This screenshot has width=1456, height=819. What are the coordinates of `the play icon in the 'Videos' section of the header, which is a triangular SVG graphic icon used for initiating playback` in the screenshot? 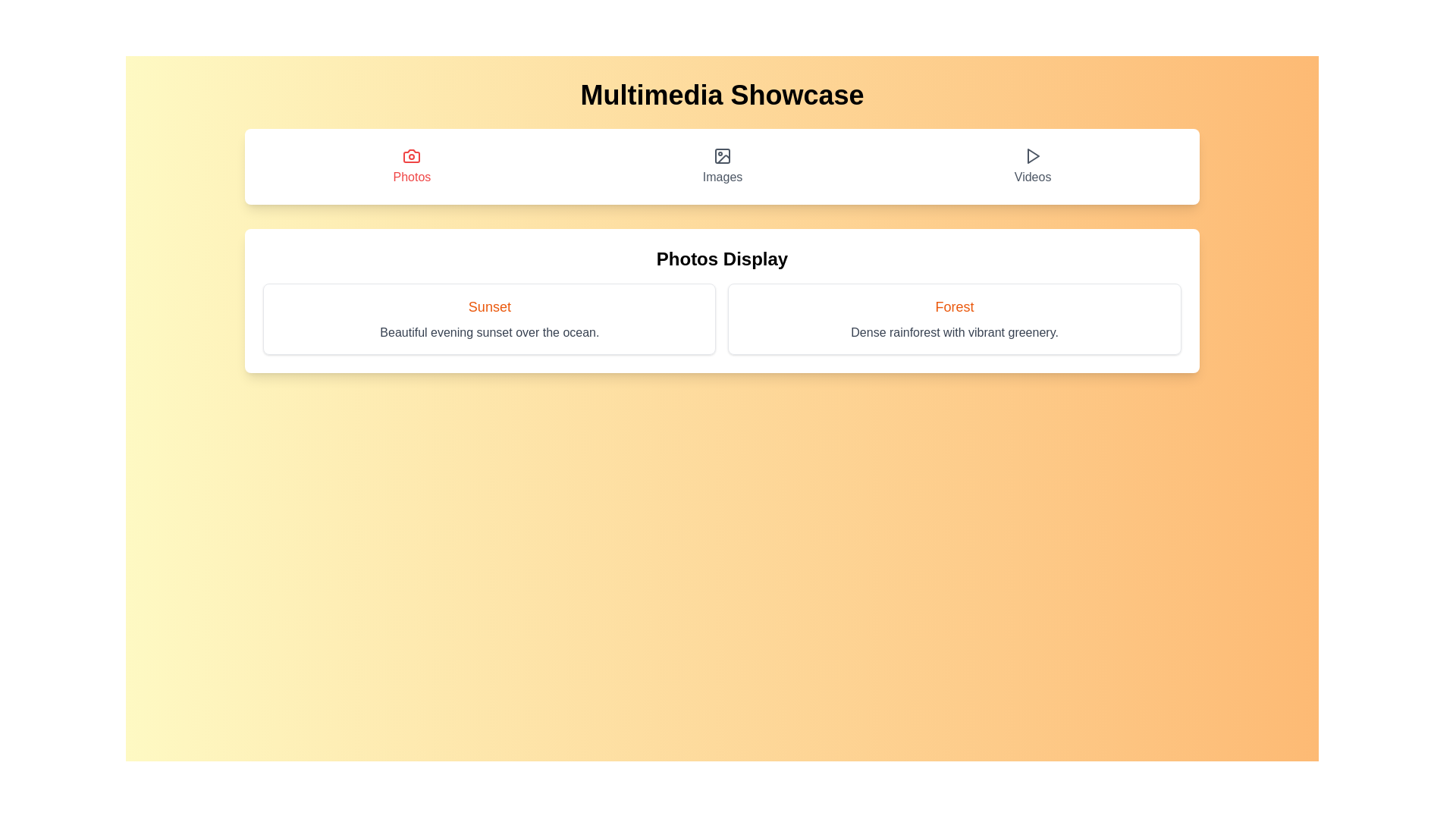 It's located at (1032, 155).